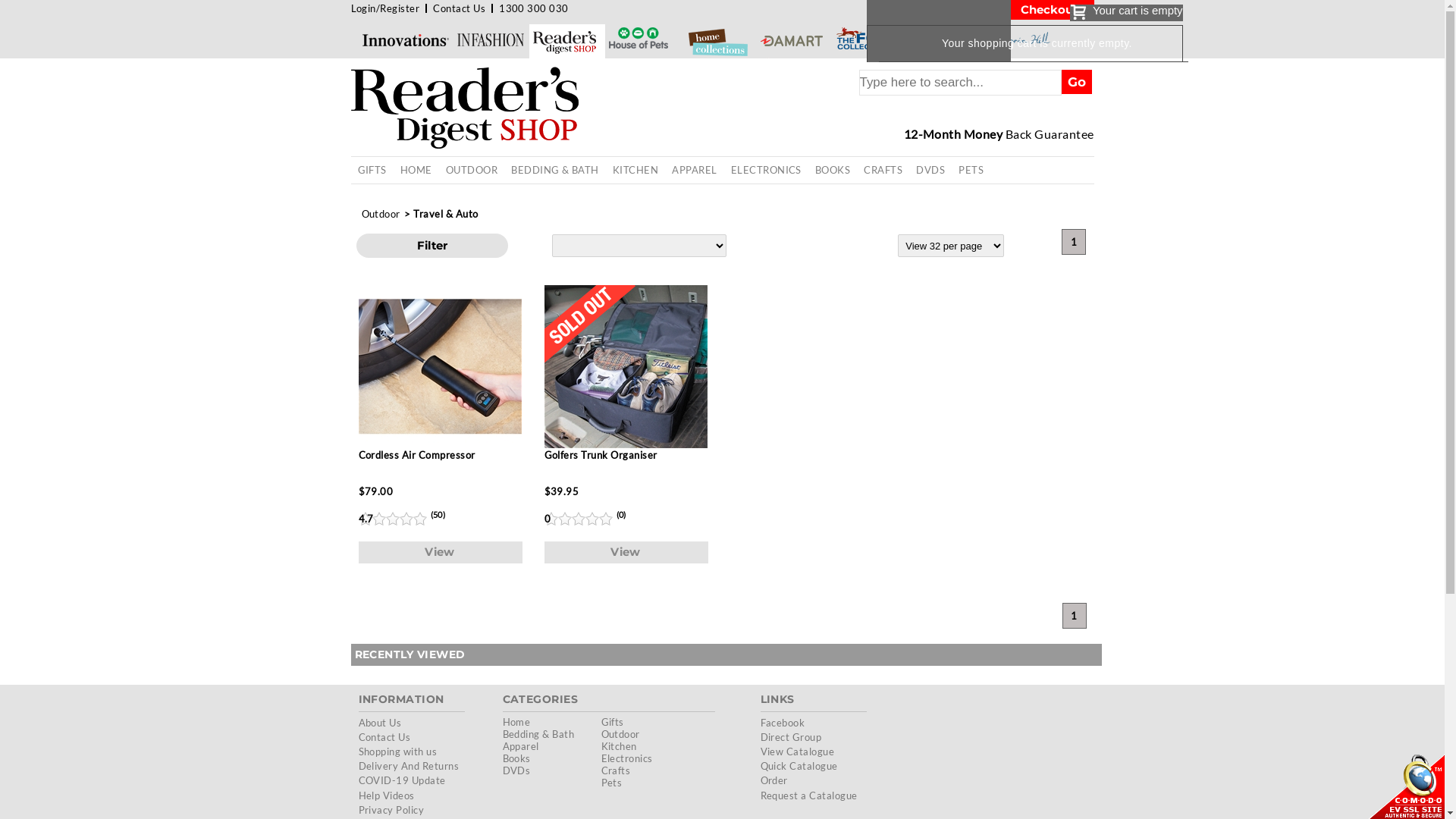 This screenshot has width=1456, height=819. I want to click on 'OUTDOOR', so click(438, 170).